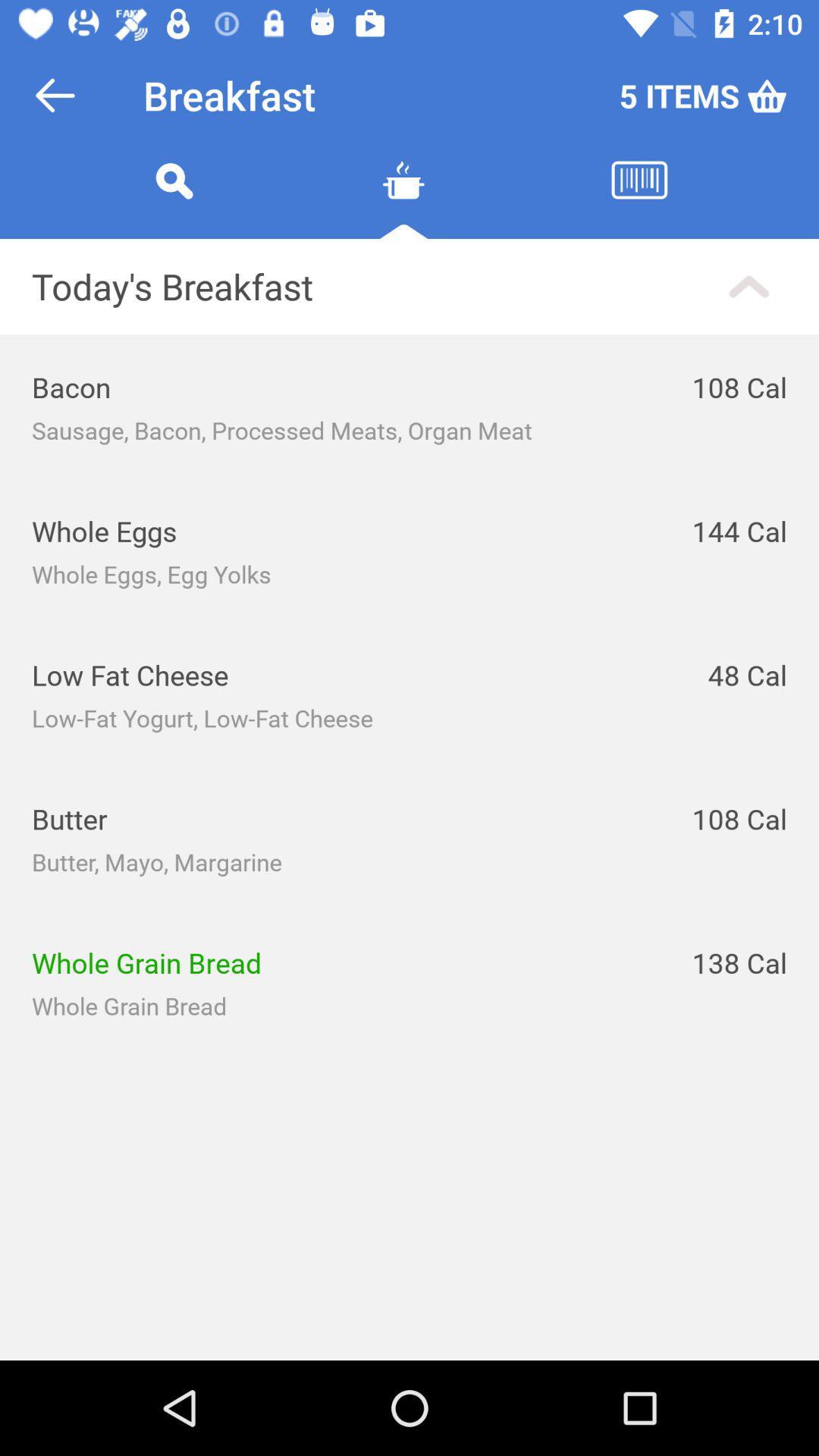 Image resolution: width=819 pixels, height=1456 pixels. I want to click on menu, so click(403, 198).